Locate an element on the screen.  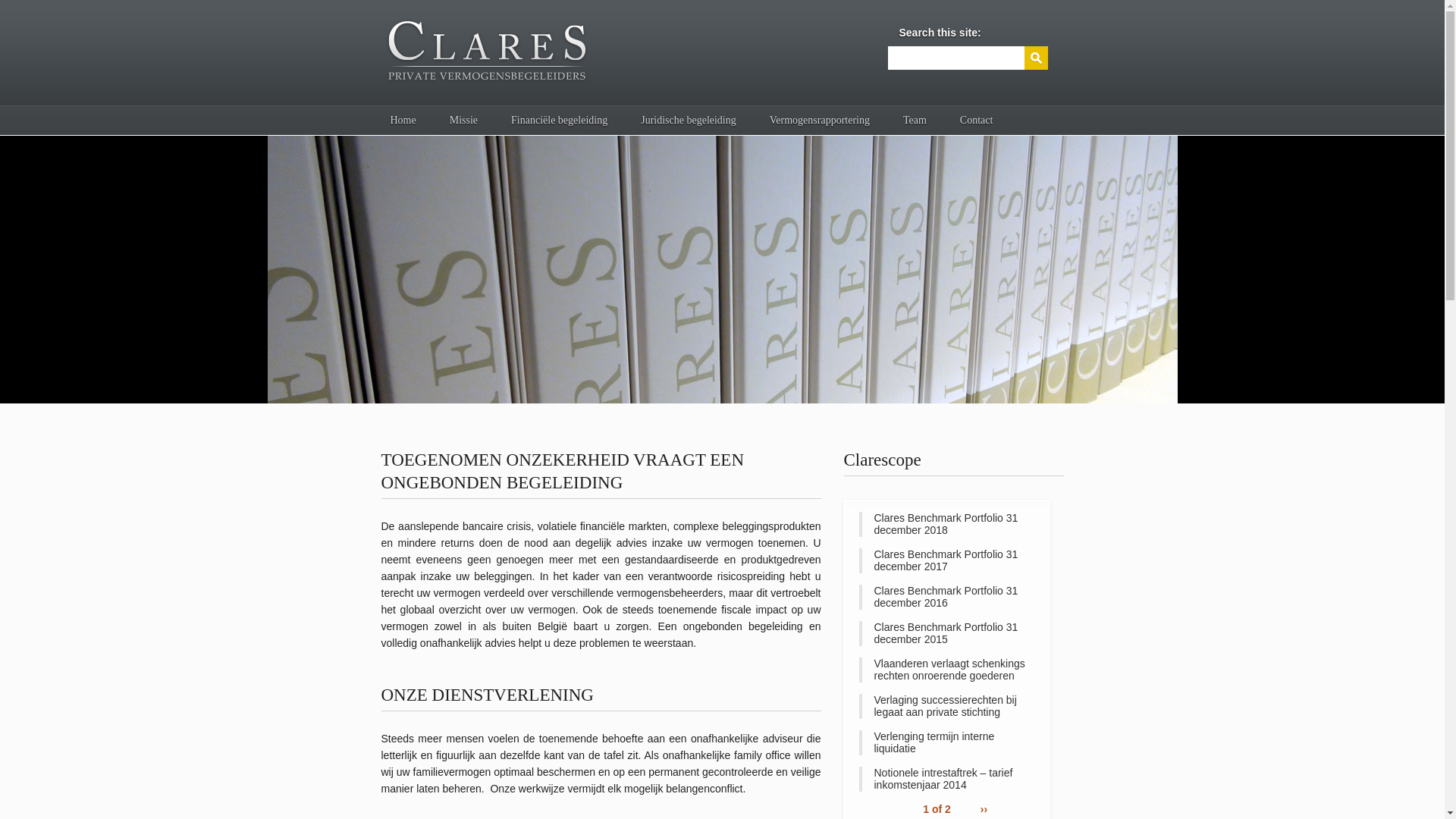
'Clares Benchmark Portfolio 31 december 2017' is located at coordinates (945, 560).